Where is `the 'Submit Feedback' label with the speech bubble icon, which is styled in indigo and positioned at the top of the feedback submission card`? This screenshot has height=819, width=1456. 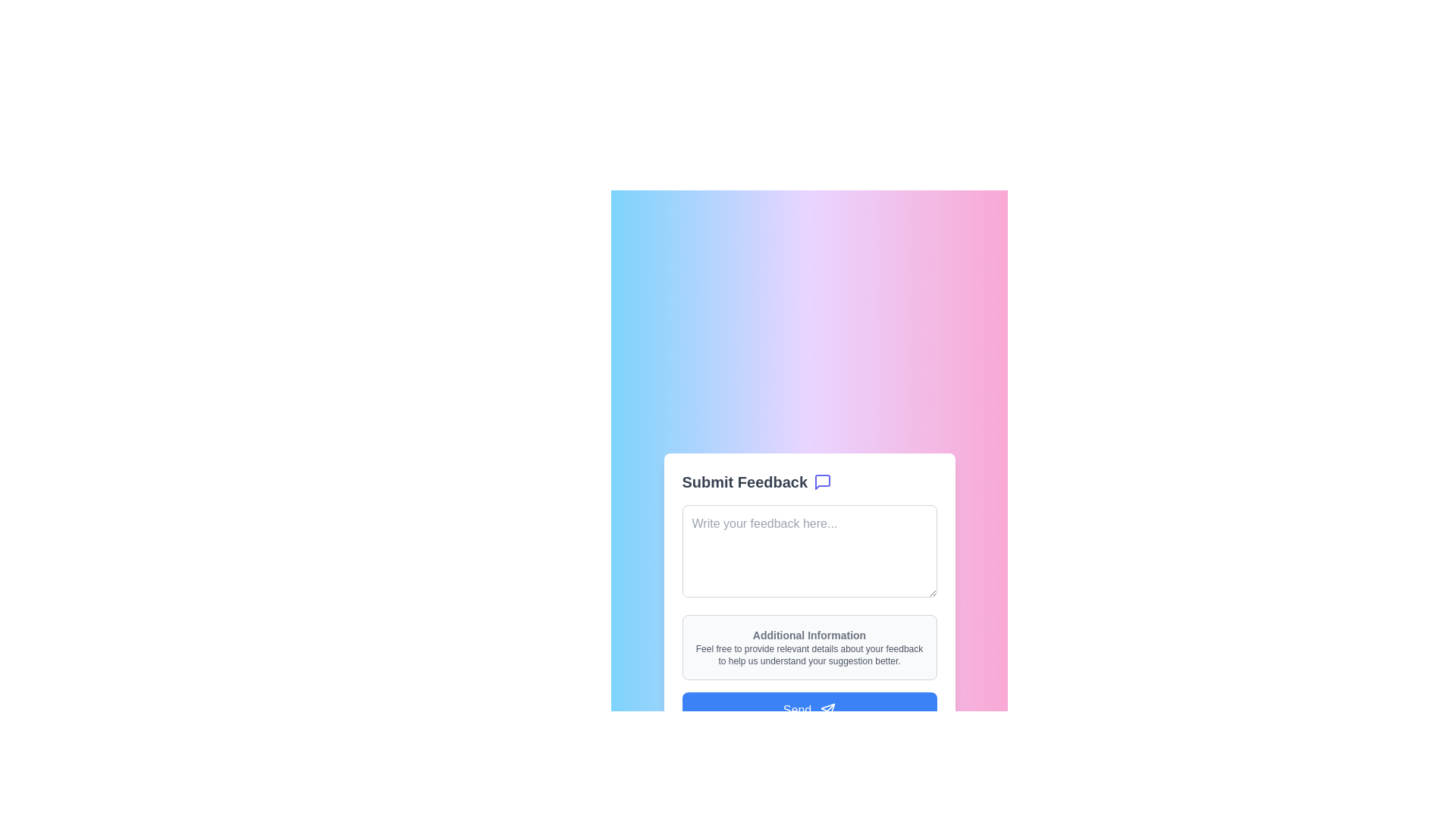 the 'Submit Feedback' label with the speech bubble icon, which is styled in indigo and positioned at the top of the feedback submission card is located at coordinates (808, 482).